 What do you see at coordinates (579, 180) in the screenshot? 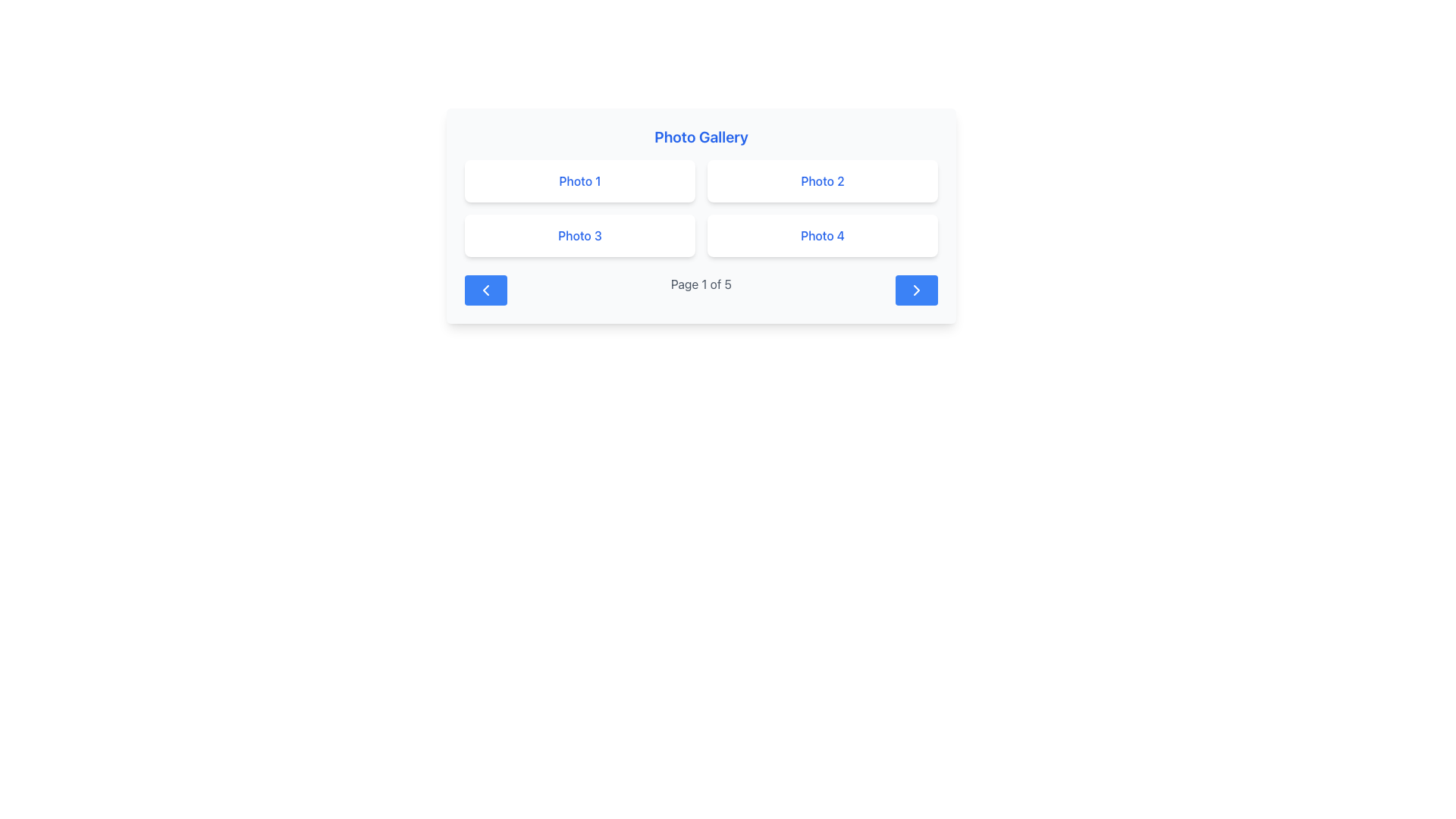
I see `the styled text element displaying 'Photo 1', which is located in the top-left cell of a 2x2 grid layout in the photo gallery interface` at bounding box center [579, 180].